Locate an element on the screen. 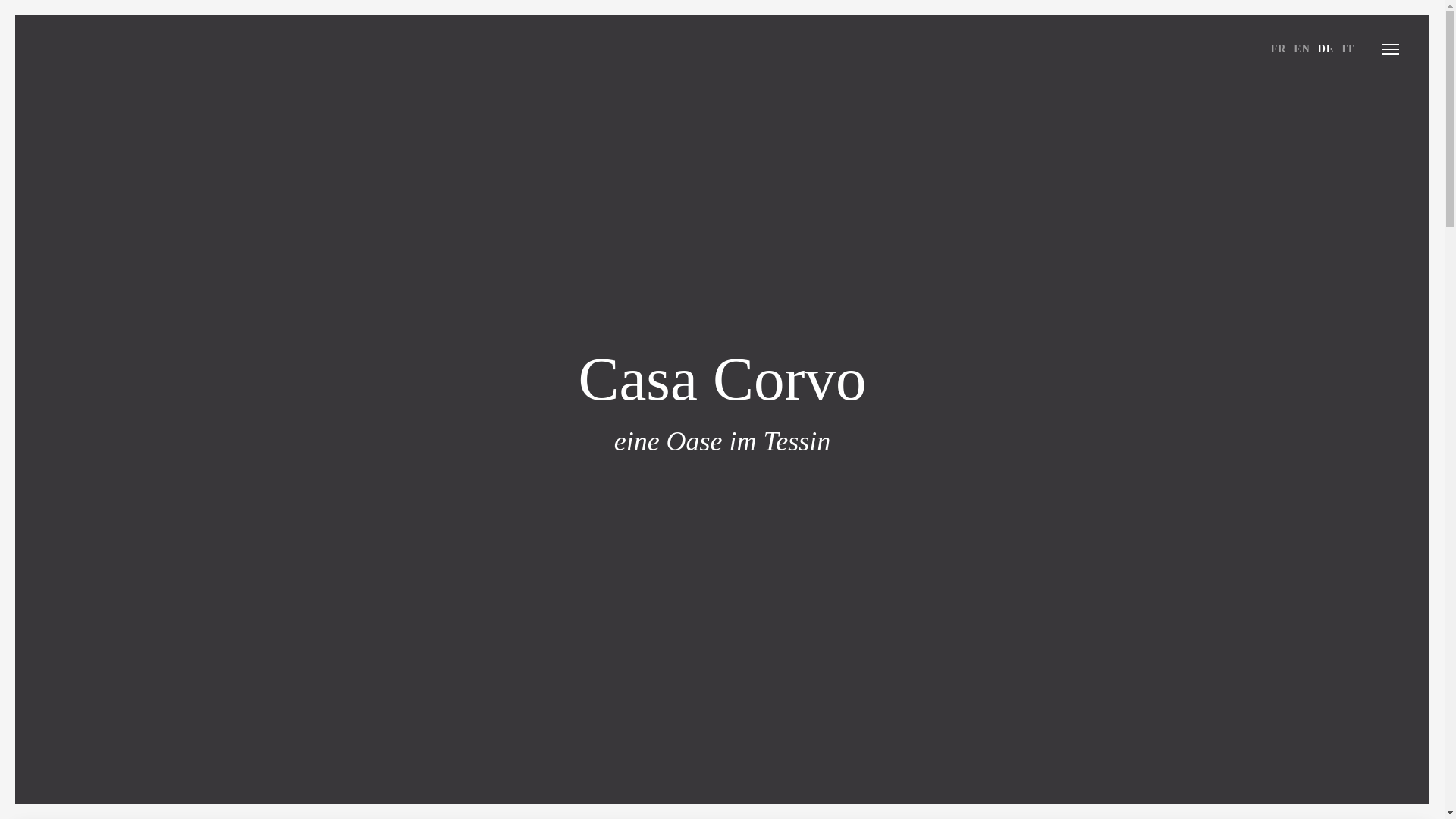 The height and width of the screenshot is (819, 1456). 'DE' is located at coordinates (1325, 48).